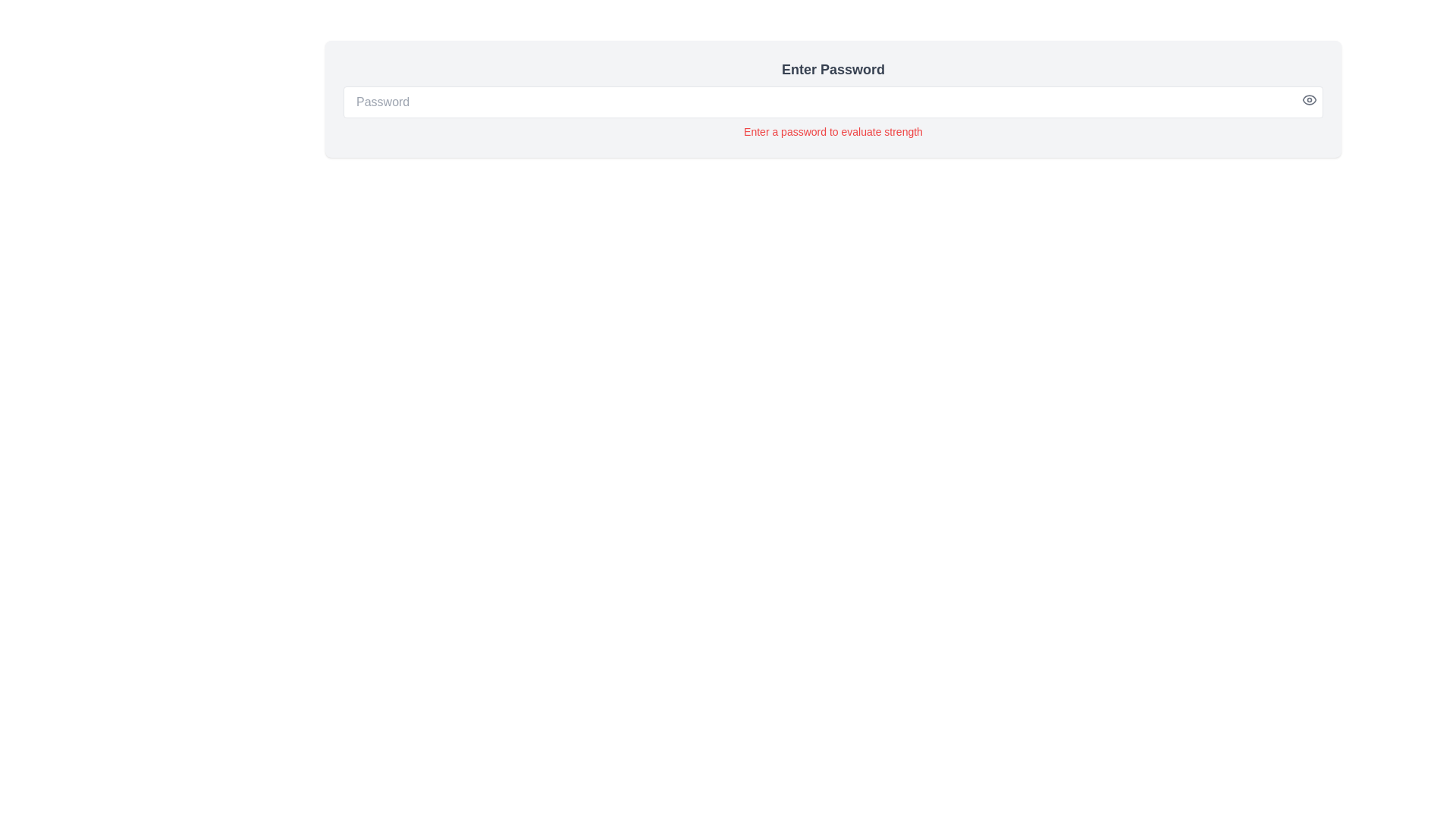  I want to click on the Password Input Field by tabbing to it, which is centrally aligned and allows secure password entry, so click(833, 102).